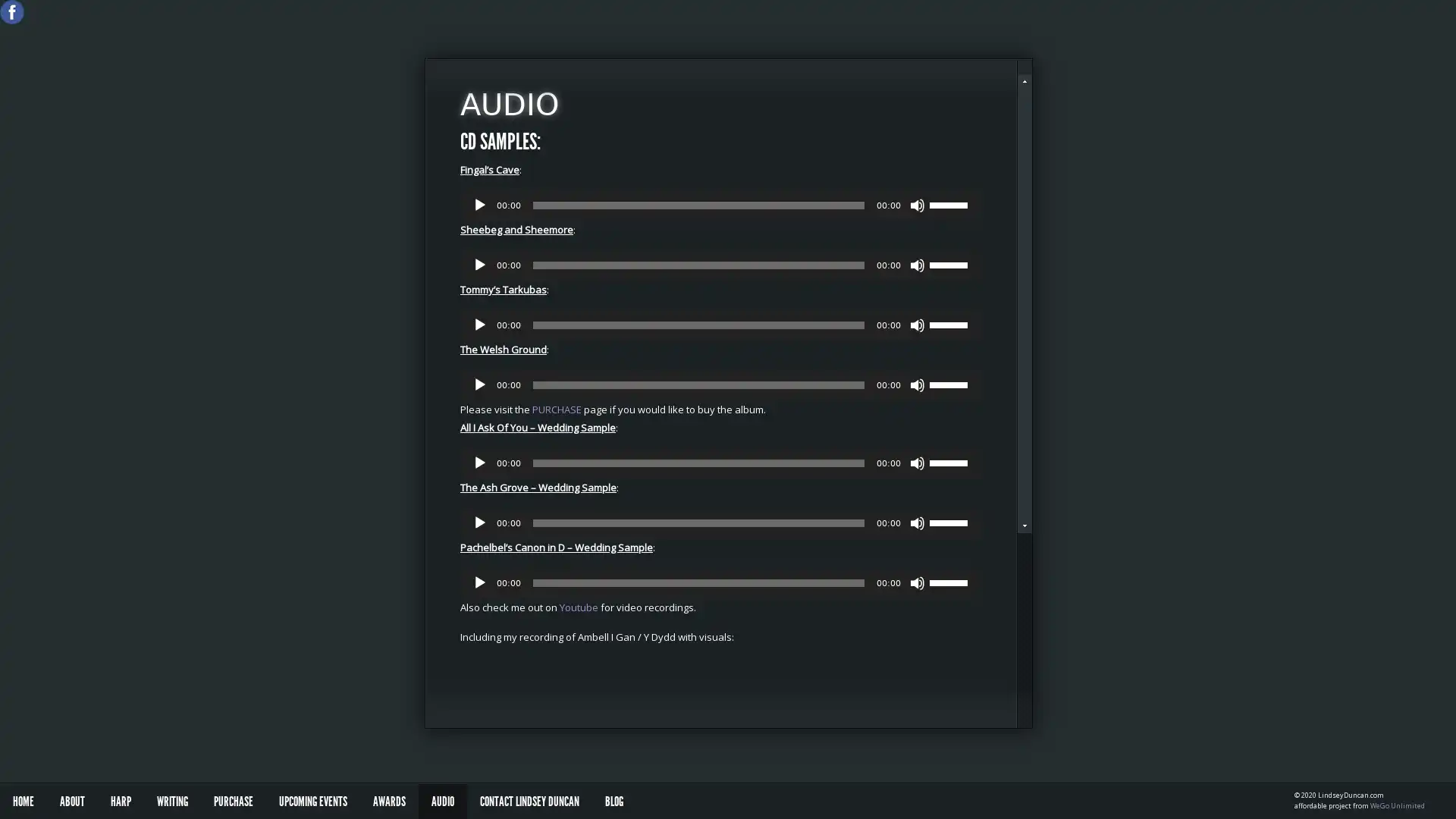  Describe the element at coordinates (916, 205) in the screenshot. I see `Mute` at that location.